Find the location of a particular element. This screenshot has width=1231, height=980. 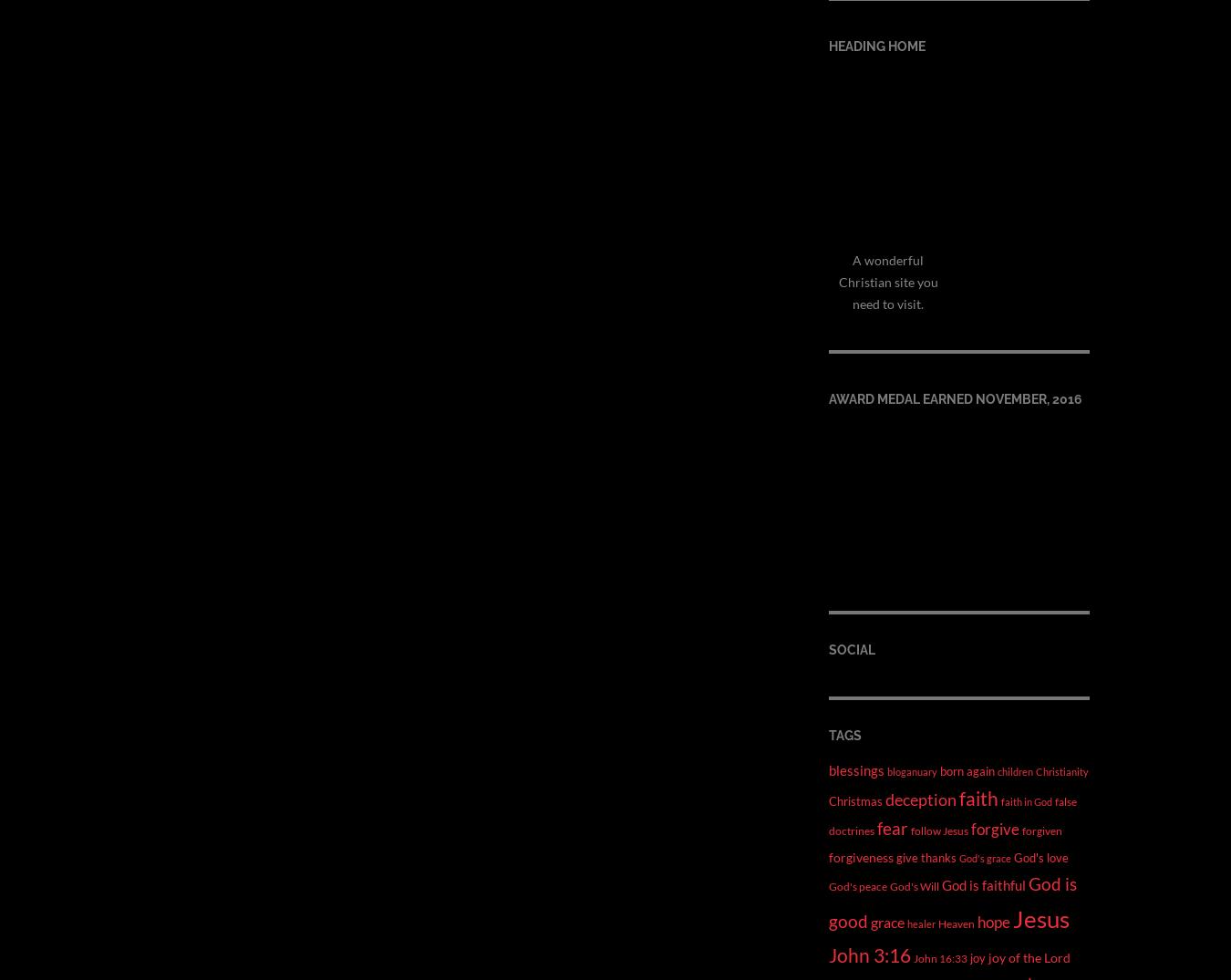

'joy' is located at coordinates (978, 956).